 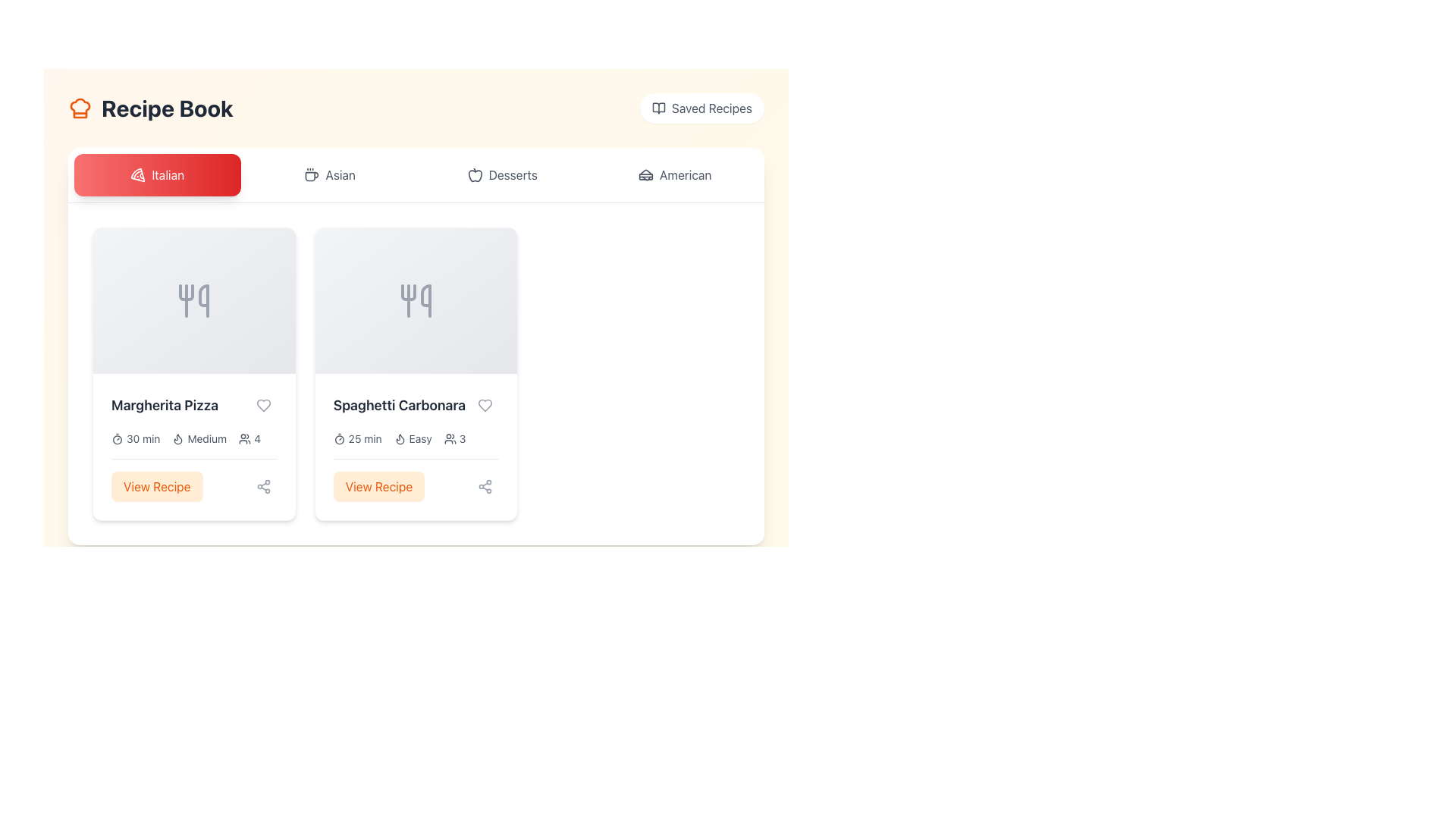 I want to click on the decorative food utensils icon located at the center near the upper portion of the 'Spaghetti Carbonara' recipe card, so click(x=416, y=301).